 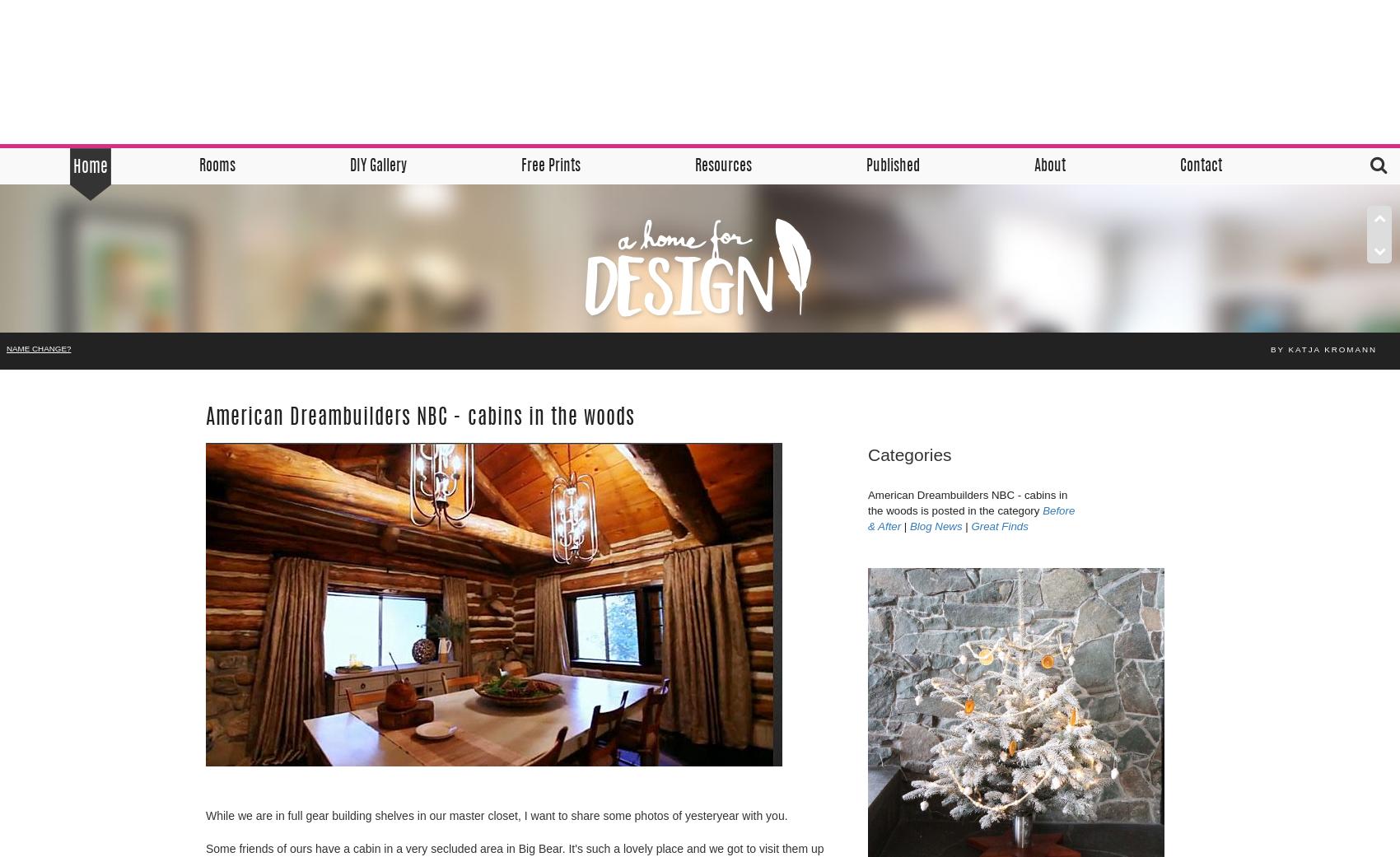 What do you see at coordinates (520, 166) in the screenshot?
I see `'Free Prints'` at bounding box center [520, 166].